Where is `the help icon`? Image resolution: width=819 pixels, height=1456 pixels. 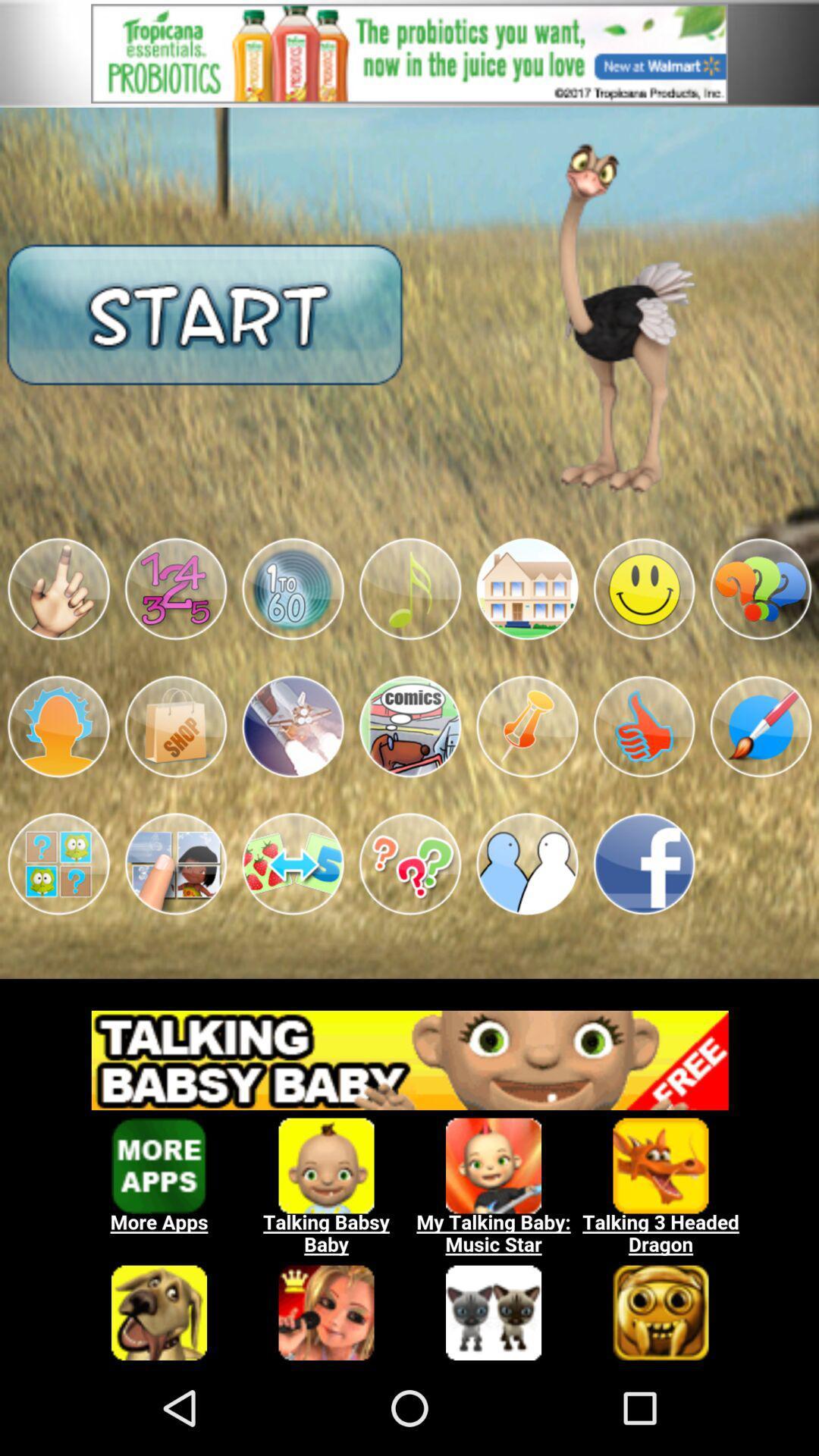
the help icon is located at coordinates (409, 924).